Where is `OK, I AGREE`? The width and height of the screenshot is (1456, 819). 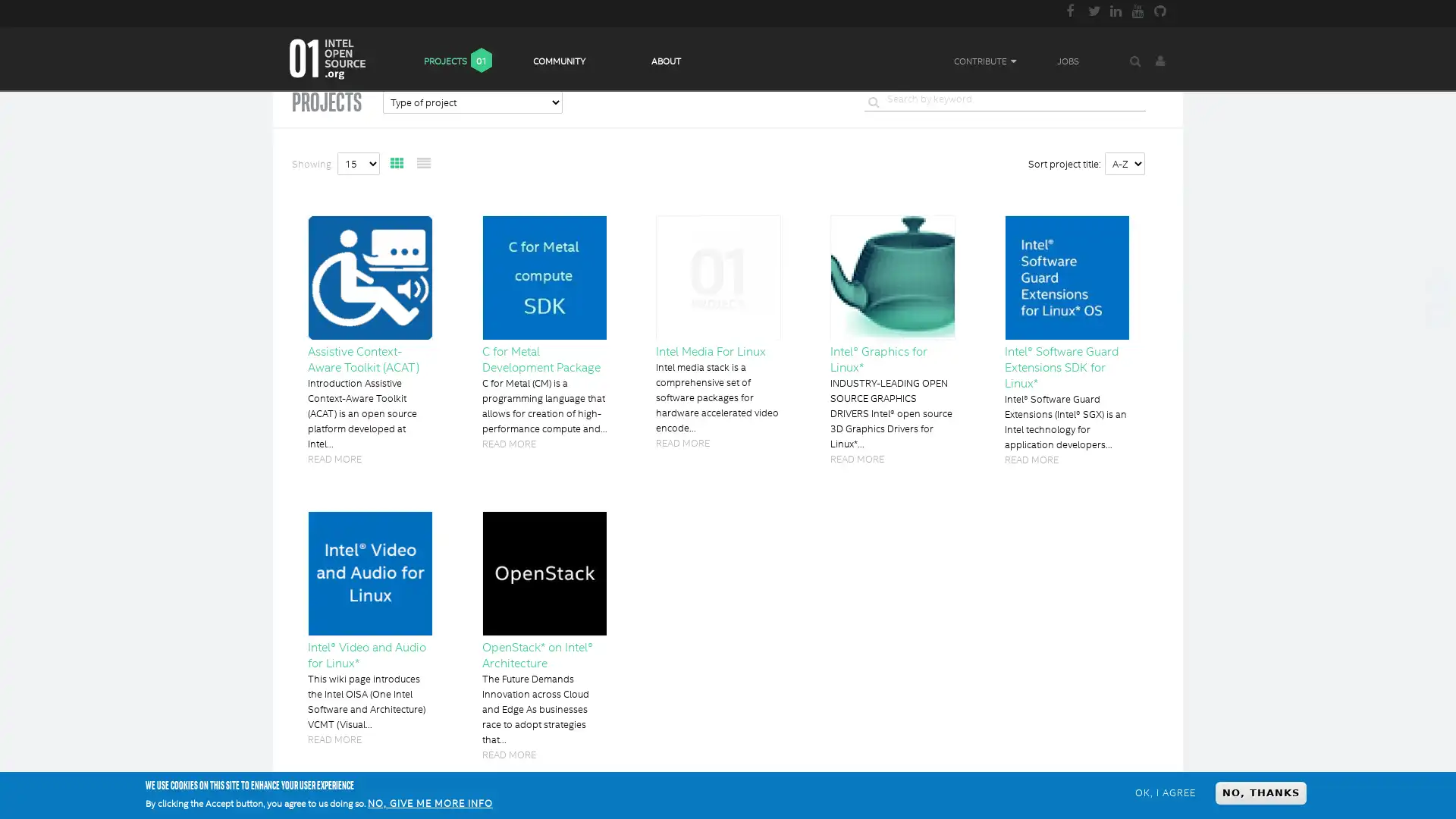 OK, I AGREE is located at coordinates (1164, 792).